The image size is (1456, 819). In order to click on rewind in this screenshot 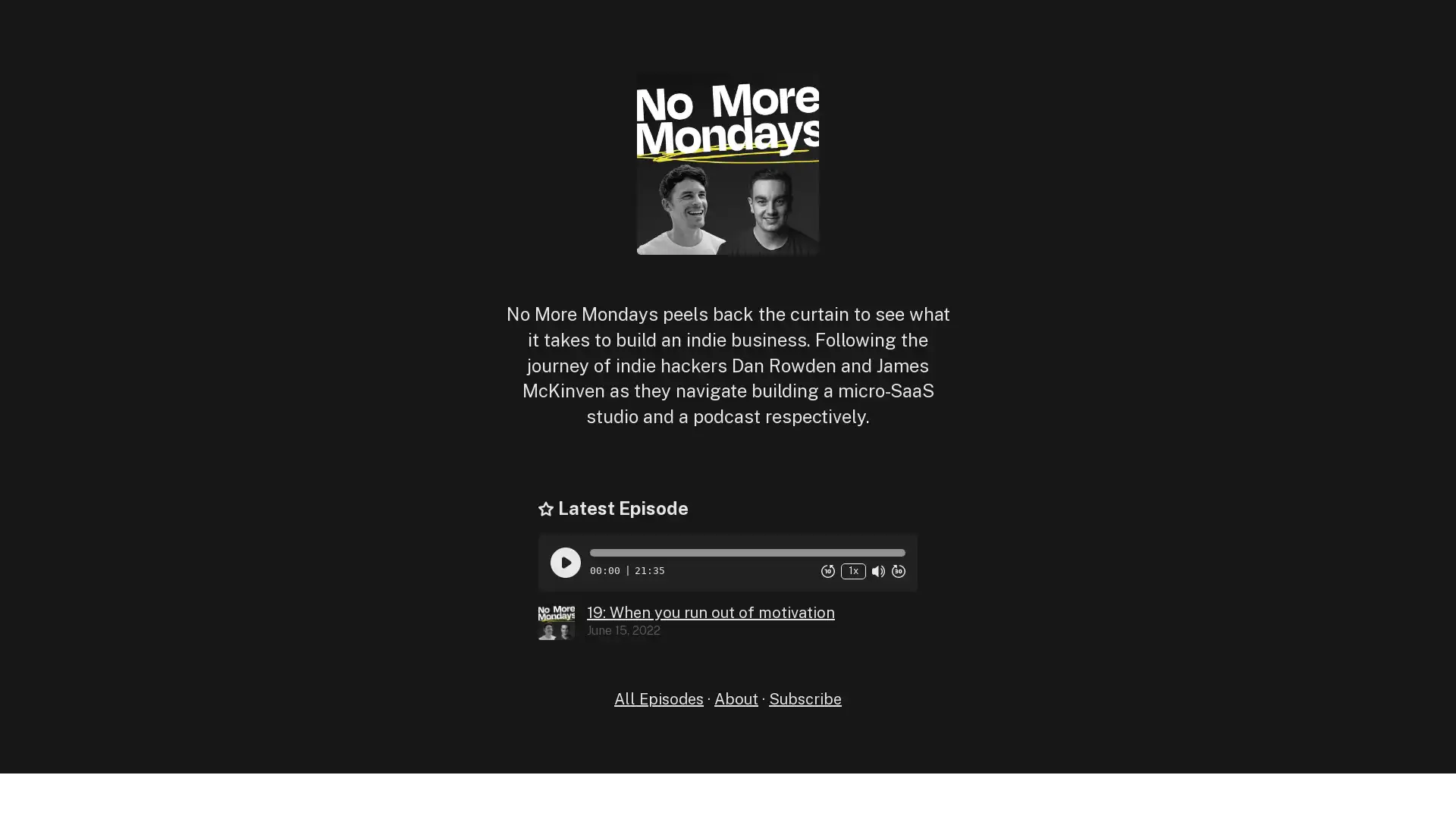, I will do `click(827, 570)`.